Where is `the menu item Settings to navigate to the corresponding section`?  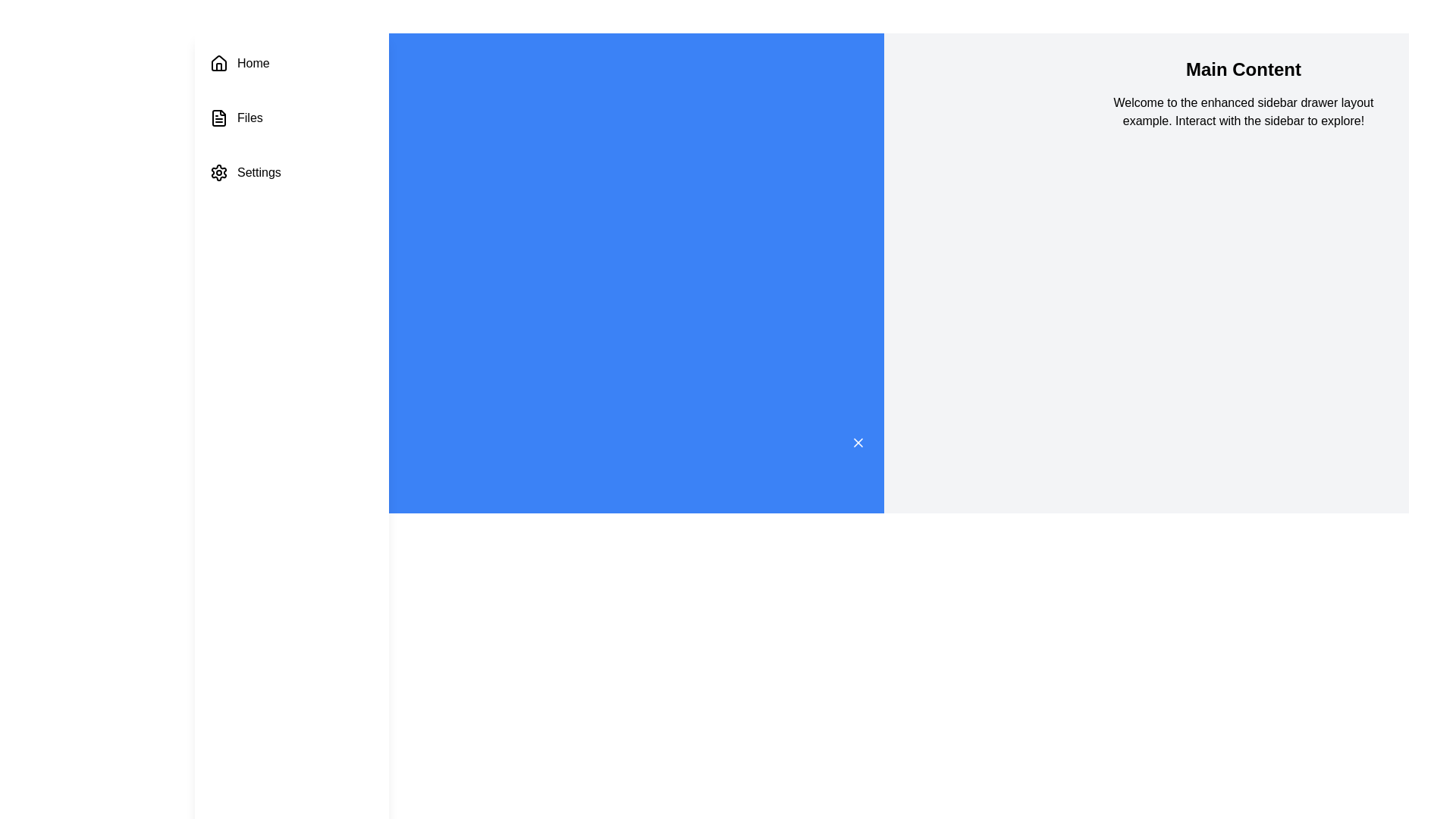
the menu item Settings to navigate to the corresponding section is located at coordinates (291, 171).